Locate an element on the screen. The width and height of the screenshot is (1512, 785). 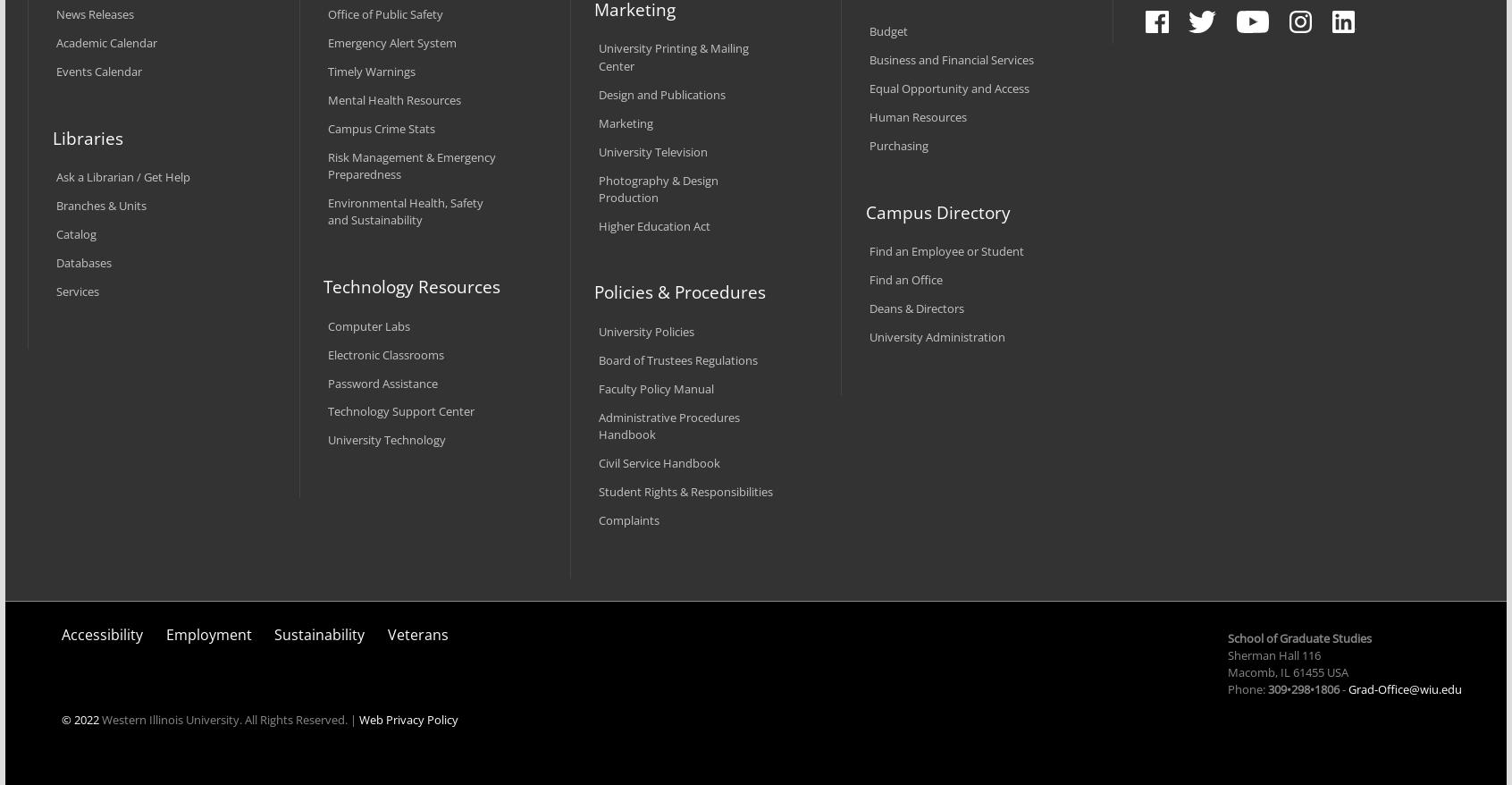
'Emergency Alert System' is located at coordinates (391, 43).